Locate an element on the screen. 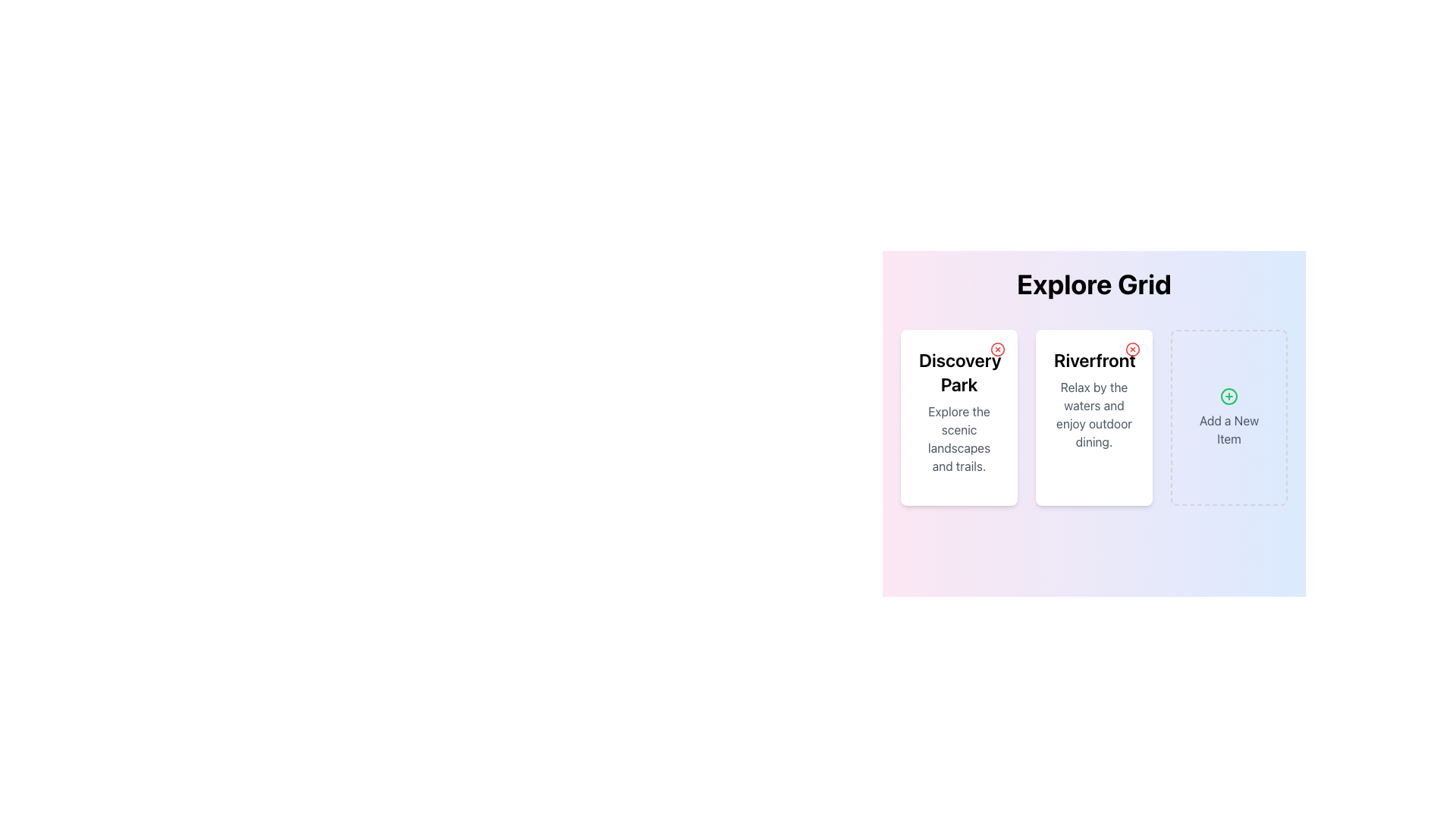 This screenshot has height=819, width=1456. the Icon component of the 'Add a New Item' button located in the third card of the grid layout below the 'Explore Grid' title is located at coordinates (1229, 396).